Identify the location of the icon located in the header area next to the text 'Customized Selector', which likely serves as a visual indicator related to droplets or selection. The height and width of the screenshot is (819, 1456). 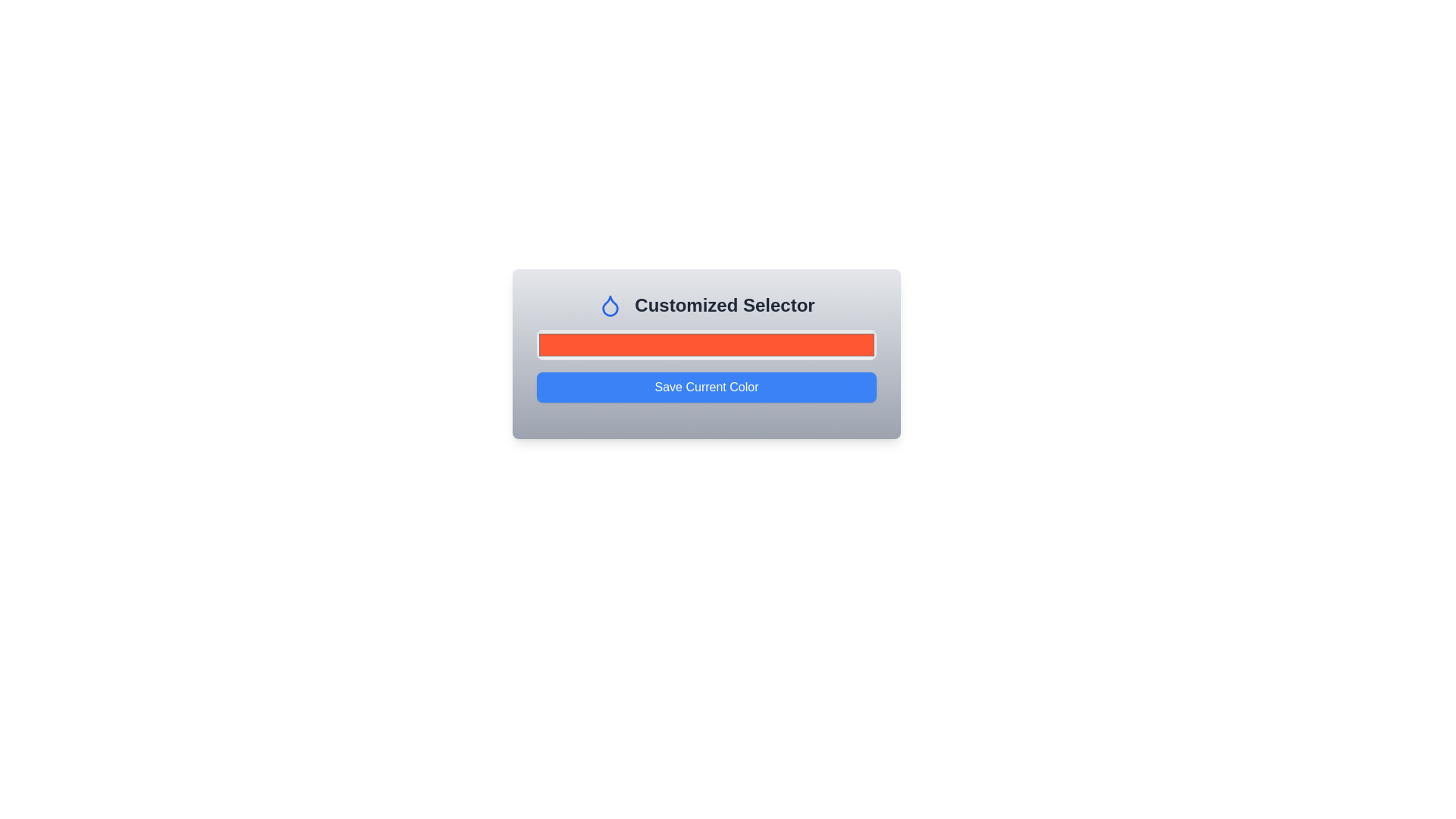
(610, 306).